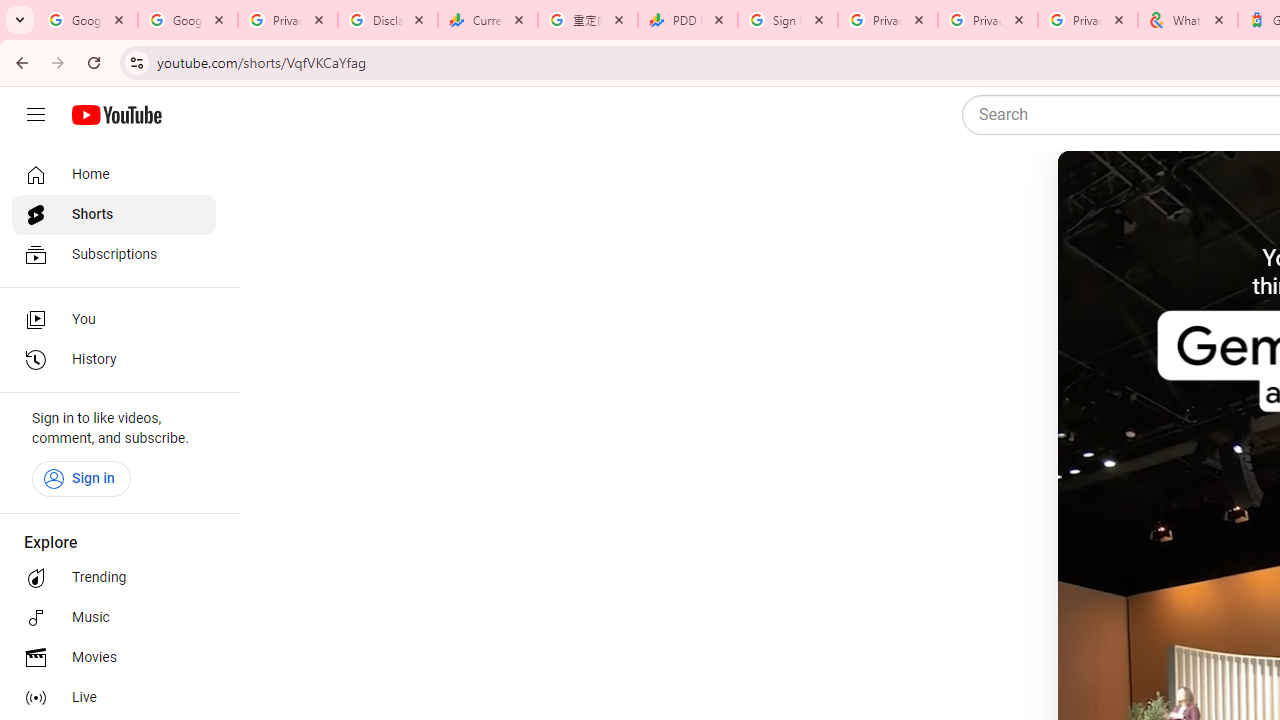 The height and width of the screenshot is (720, 1280). Describe the element at coordinates (112, 578) in the screenshot. I see `'Trending'` at that location.